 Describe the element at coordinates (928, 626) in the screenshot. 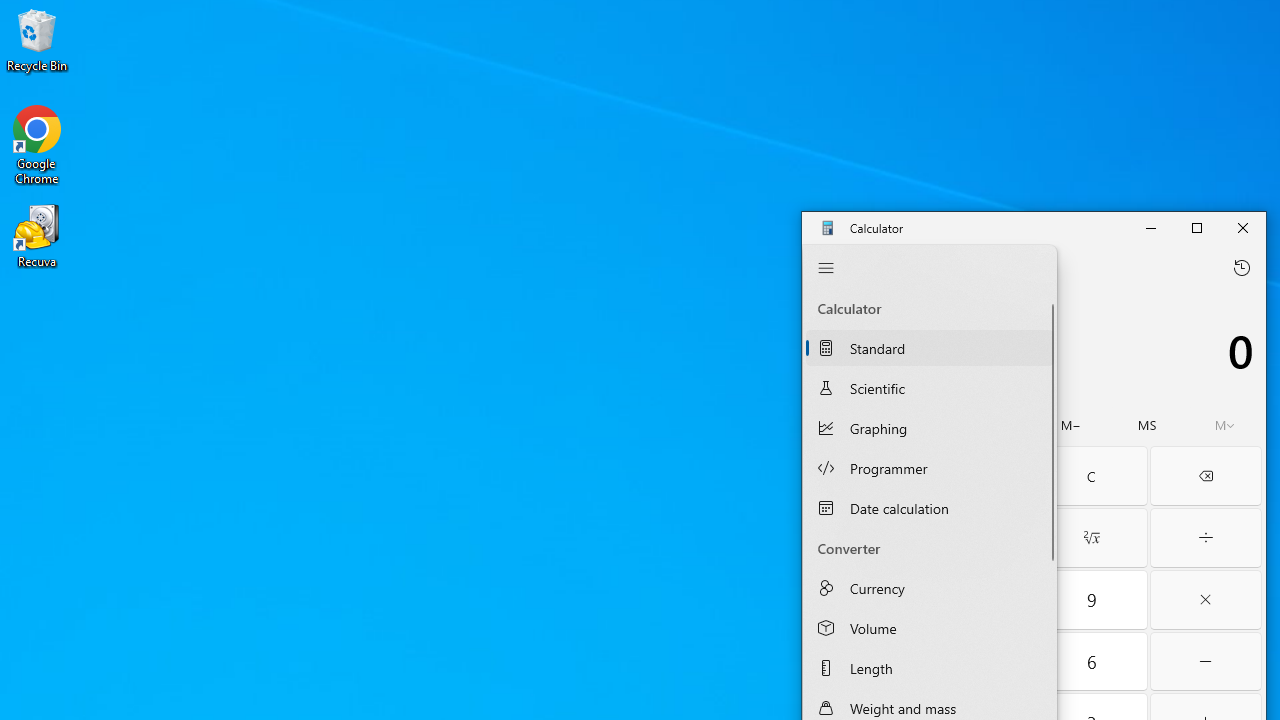

I see `'Volume Converter'` at that location.